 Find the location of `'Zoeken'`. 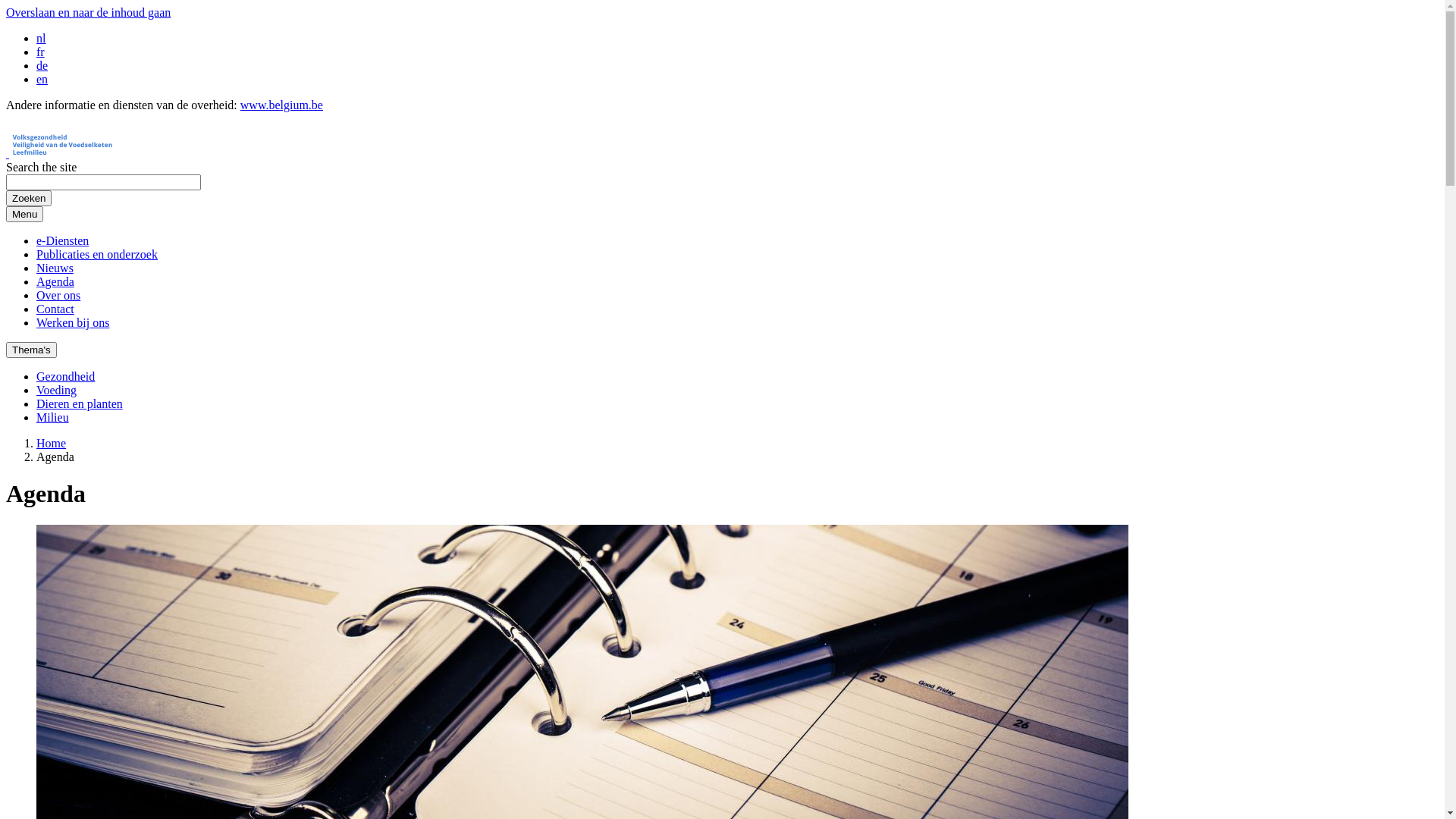

'Zoeken' is located at coordinates (6, 197).